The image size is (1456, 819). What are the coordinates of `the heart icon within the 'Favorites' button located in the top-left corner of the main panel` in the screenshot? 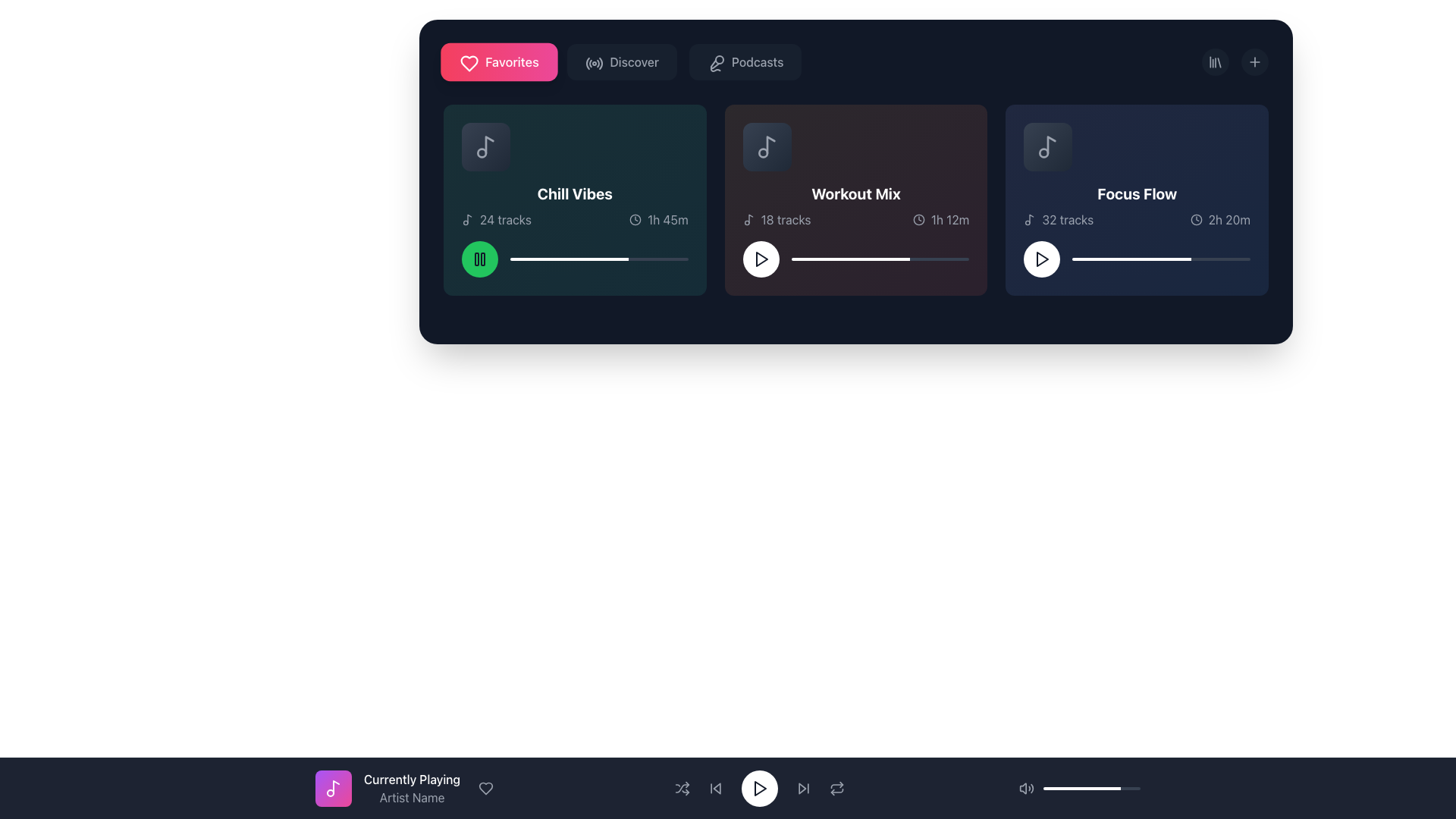 It's located at (469, 63).